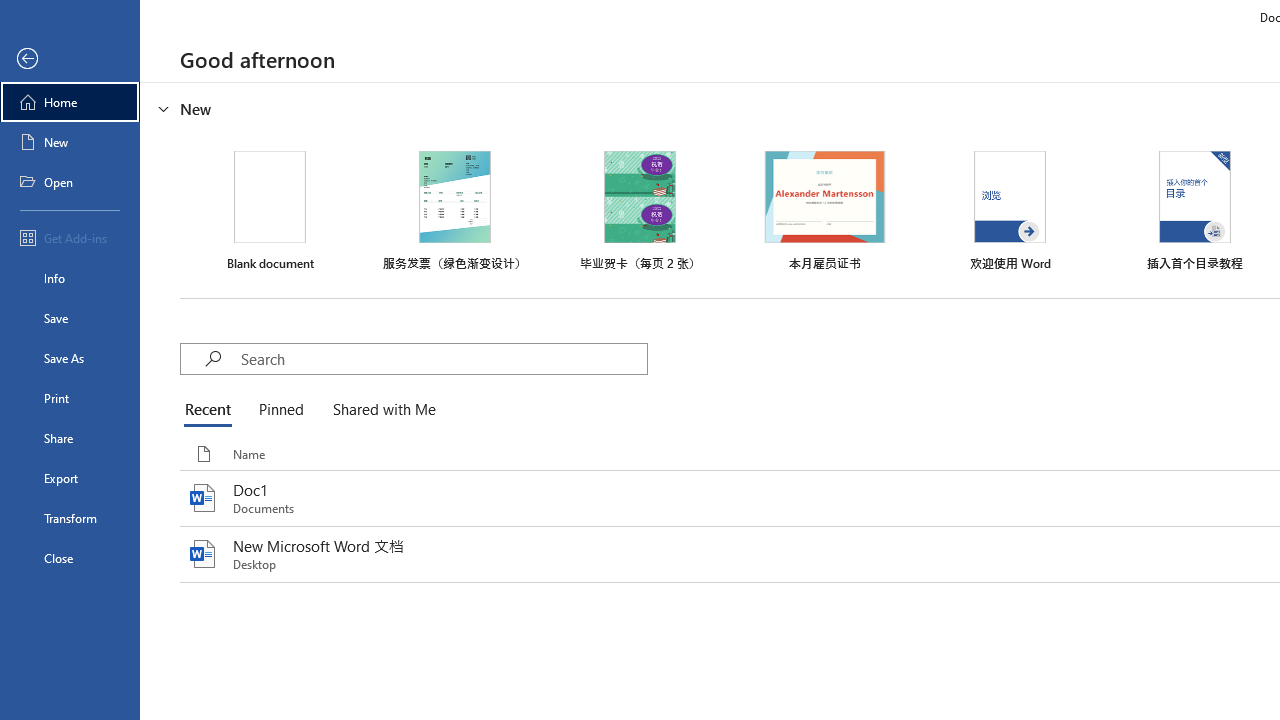 The image size is (1280, 720). Describe the element at coordinates (69, 277) in the screenshot. I see `'Info'` at that location.